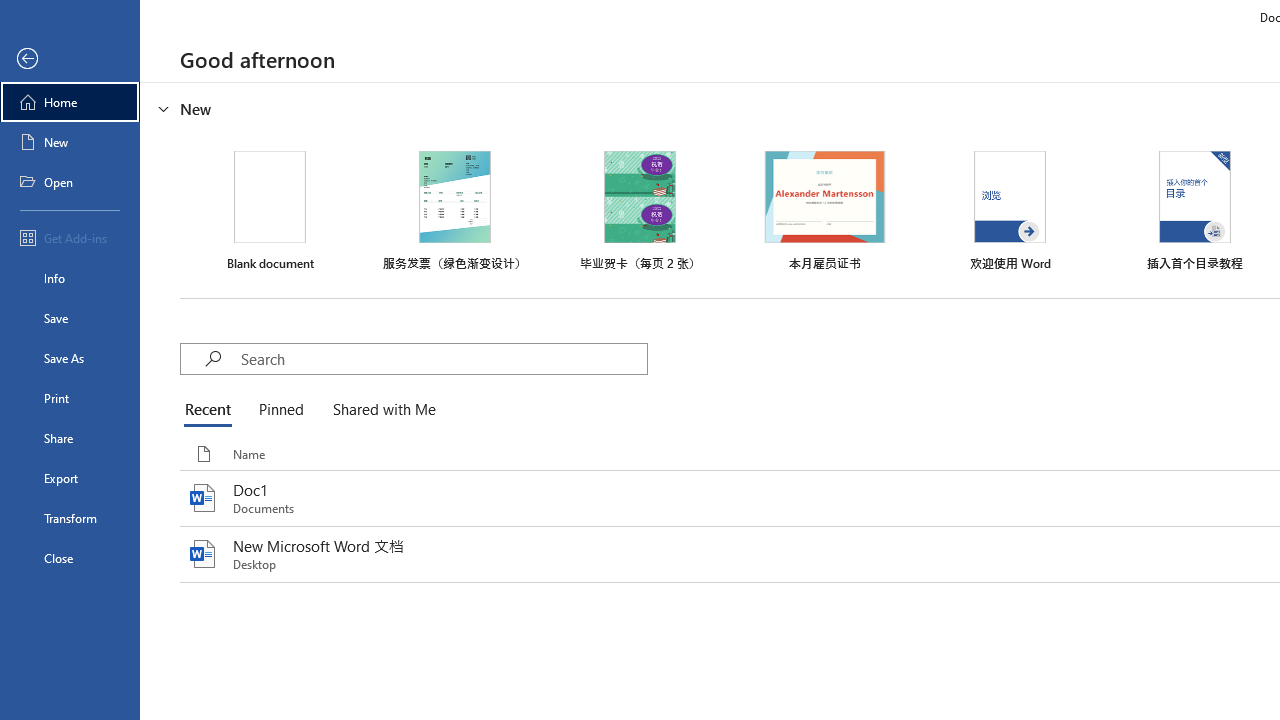 The image size is (1280, 720). Describe the element at coordinates (69, 277) in the screenshot. I see `'Info'` at that location.